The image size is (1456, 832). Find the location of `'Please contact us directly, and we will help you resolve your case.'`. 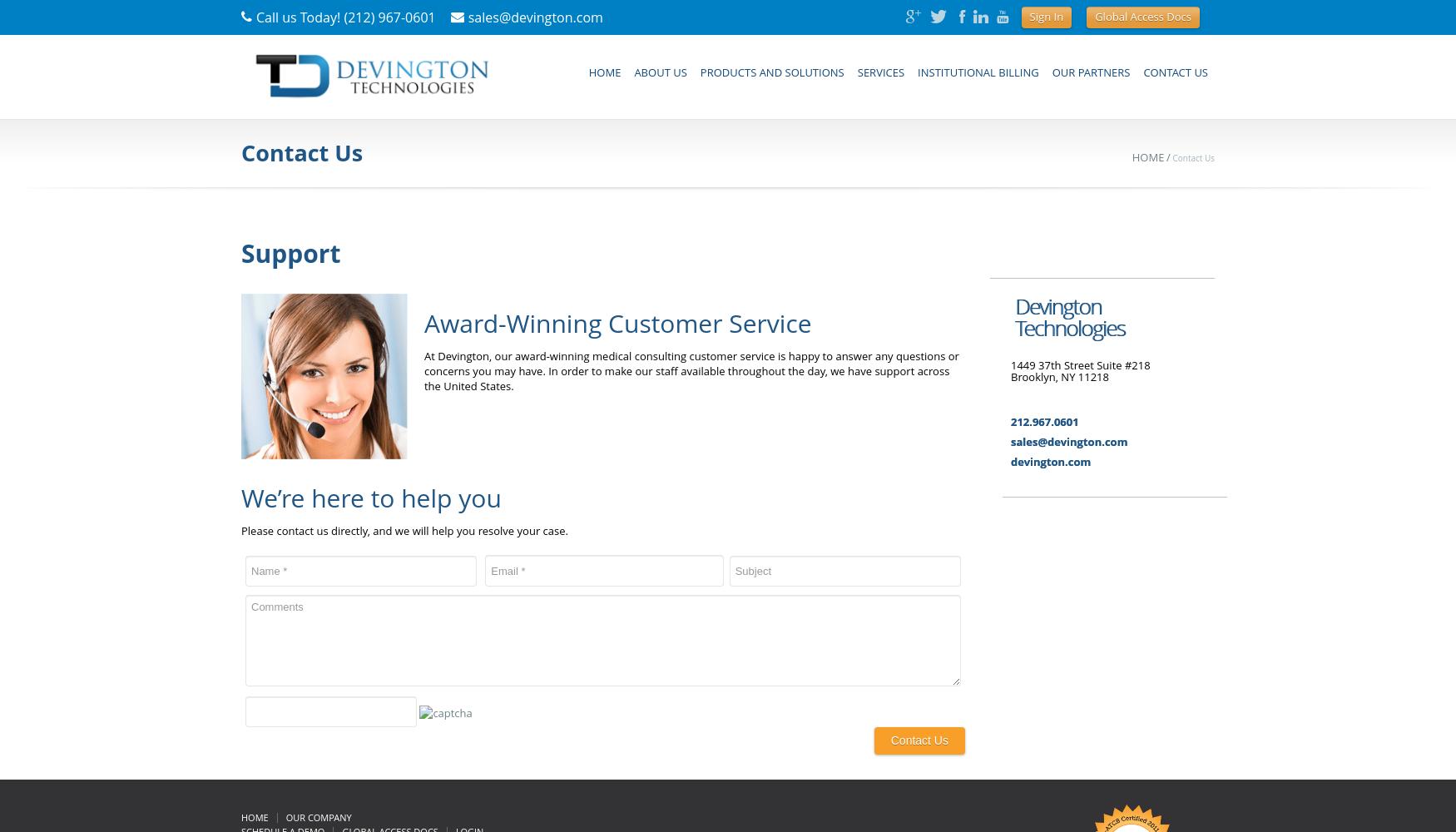

'Please contact us directly, and we will help you resolve your case.' is located at coordinates (404, 531).